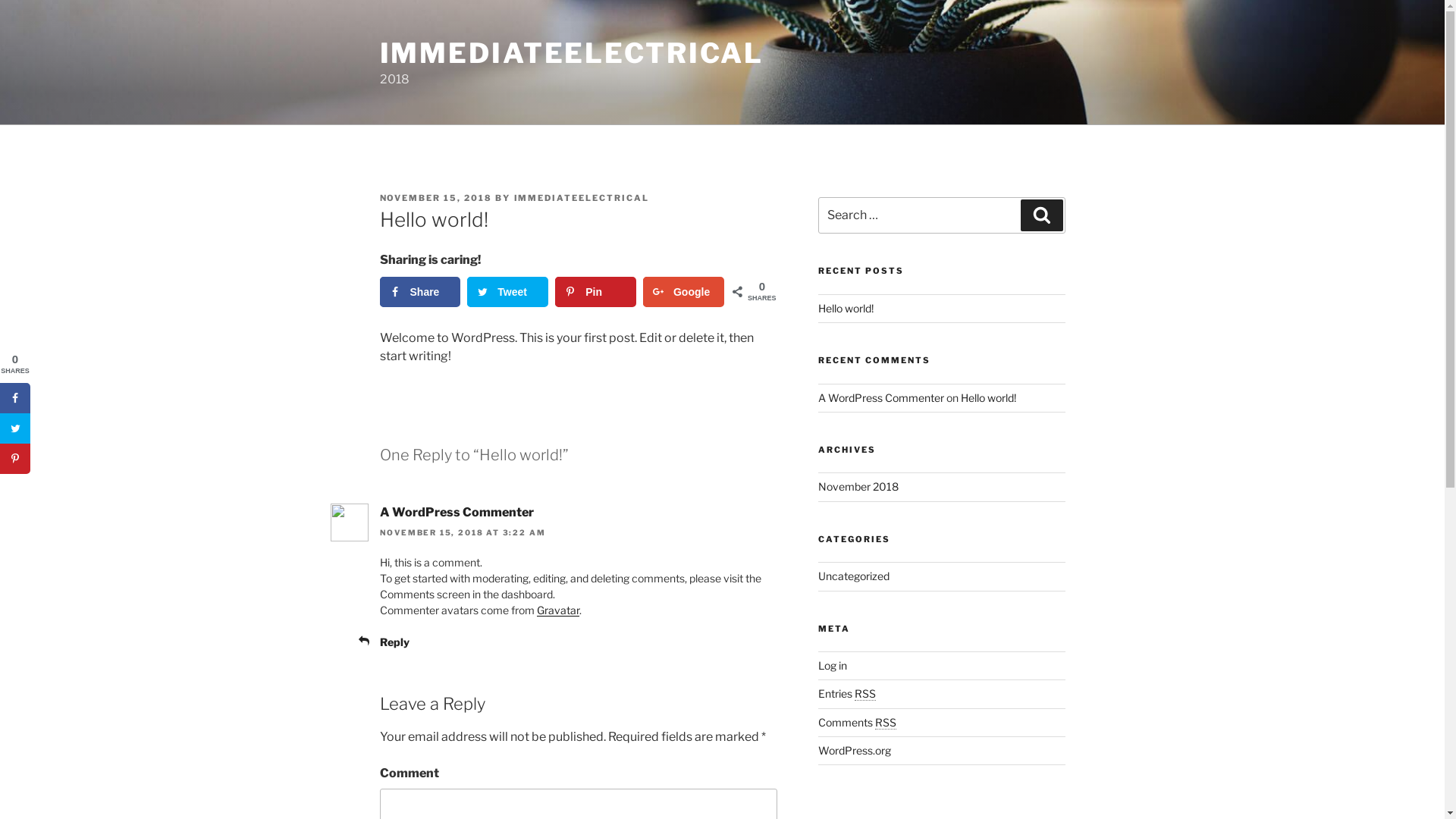 This screenshot has width=1456, height=819. What do you see at coordinates (435, 197) in the screenshot?
I see `'NOVEMBER 15, 2018'` at bounding box center [435, 197].